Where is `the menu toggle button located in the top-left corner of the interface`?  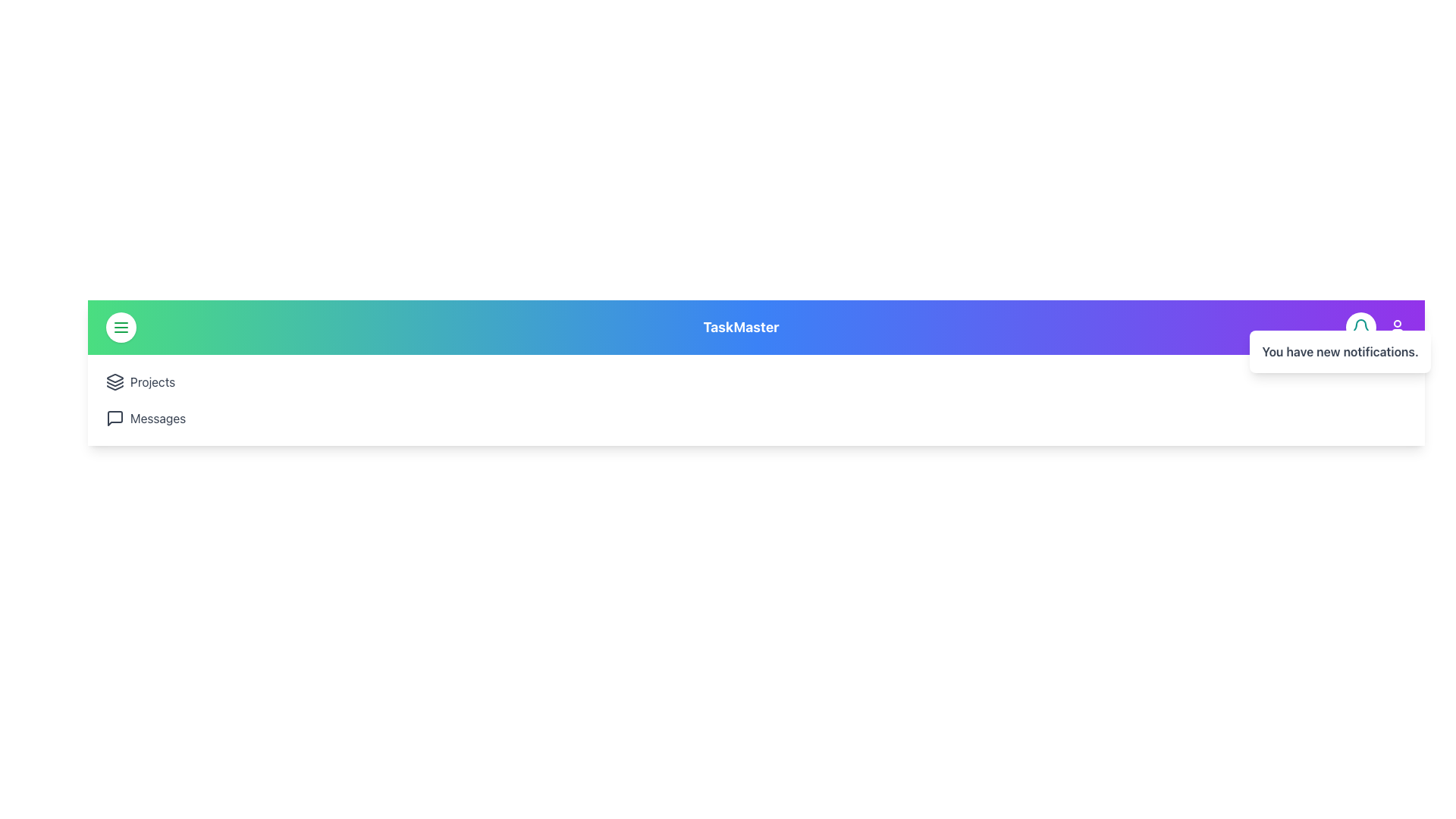
the menu toggle button located in the top-left corner of the interface is located at coordinates (120, 327).